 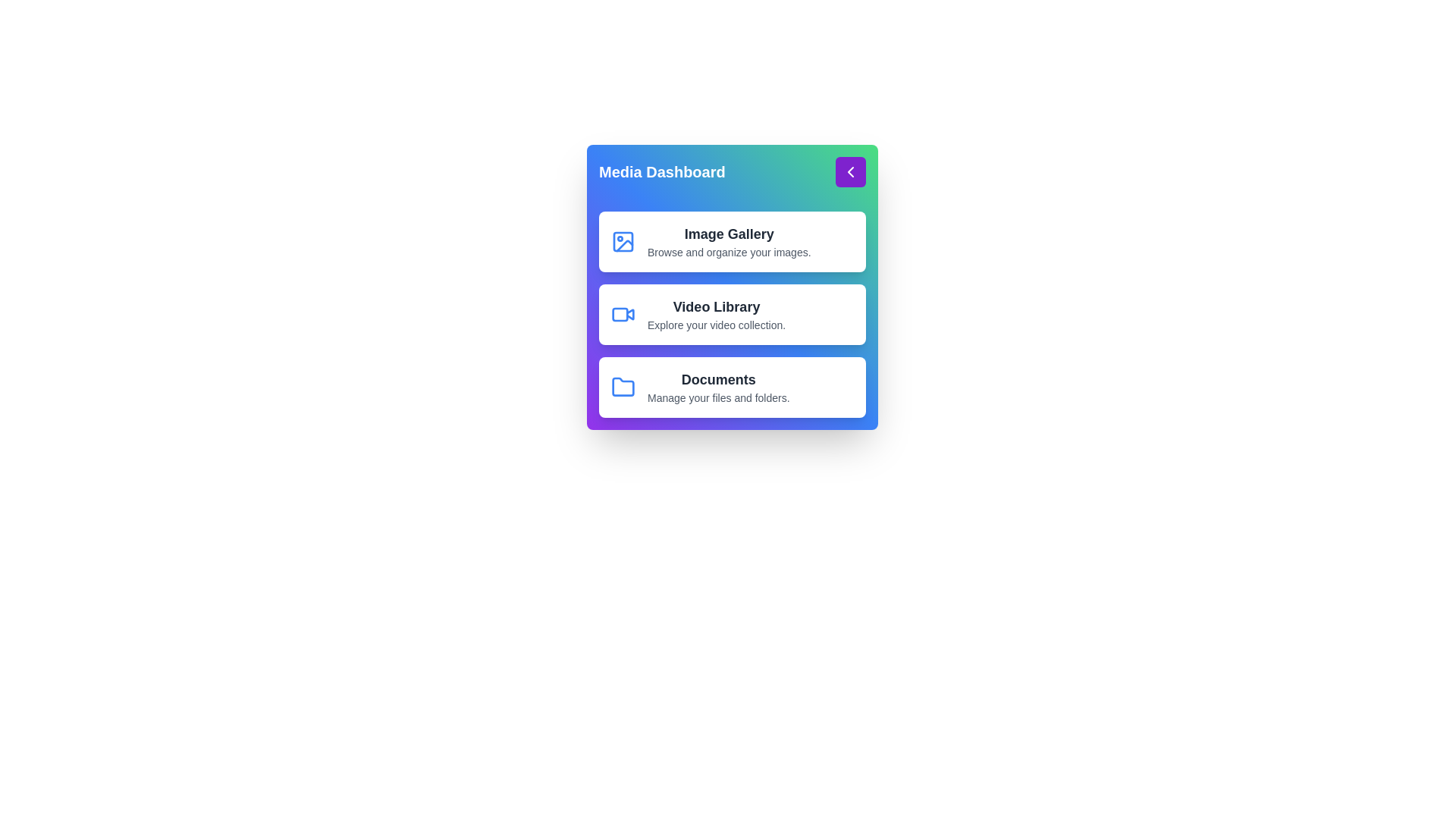 What do you see at coordinates (623, 314) in the screenshot?
I see `the icon of the media gallery corresponding to Video Library` at bounding box center [623, 314].